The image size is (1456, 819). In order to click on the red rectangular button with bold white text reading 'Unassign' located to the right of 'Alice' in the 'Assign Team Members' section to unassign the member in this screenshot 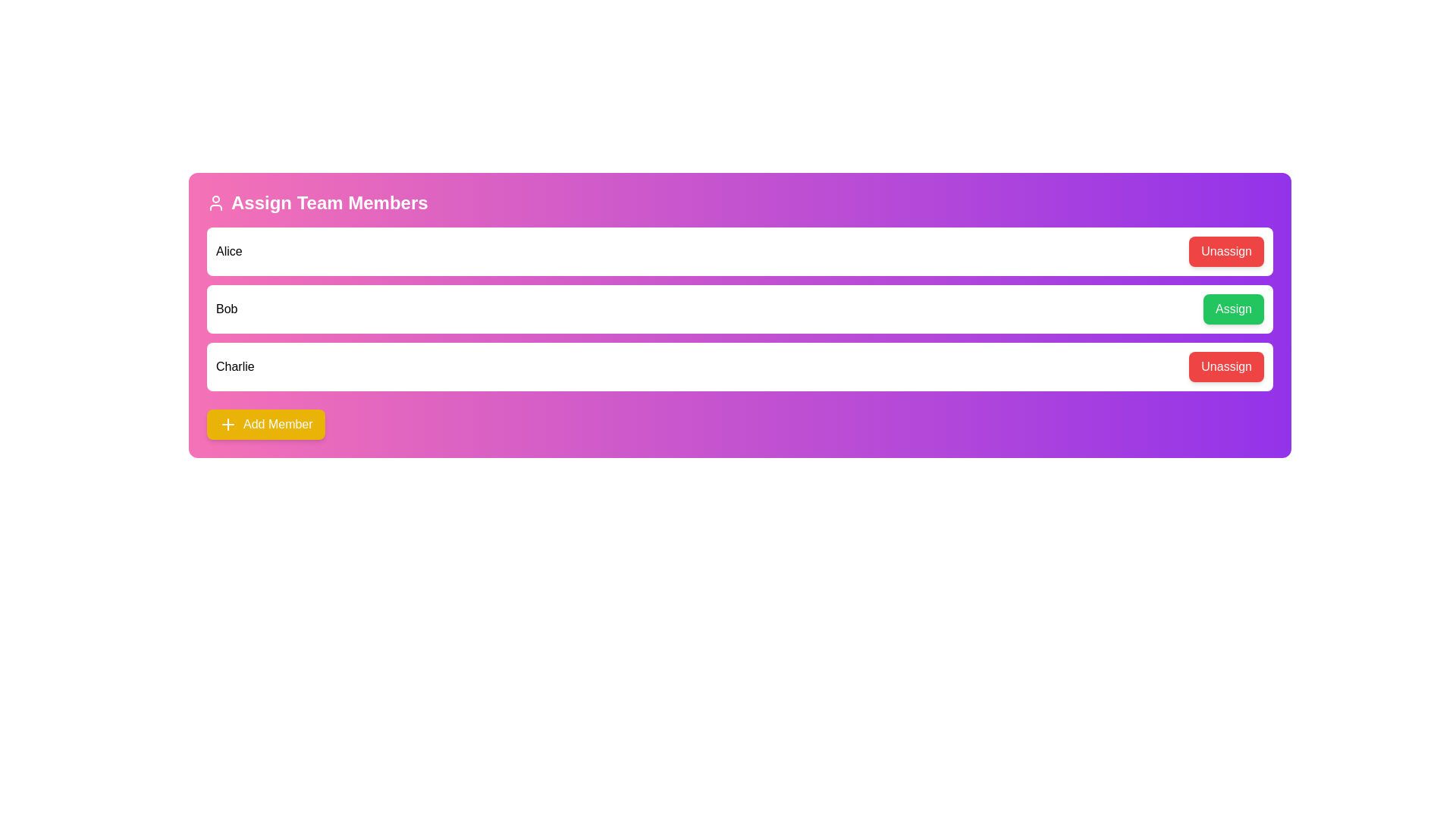, I will do `click(1226, 250)`.